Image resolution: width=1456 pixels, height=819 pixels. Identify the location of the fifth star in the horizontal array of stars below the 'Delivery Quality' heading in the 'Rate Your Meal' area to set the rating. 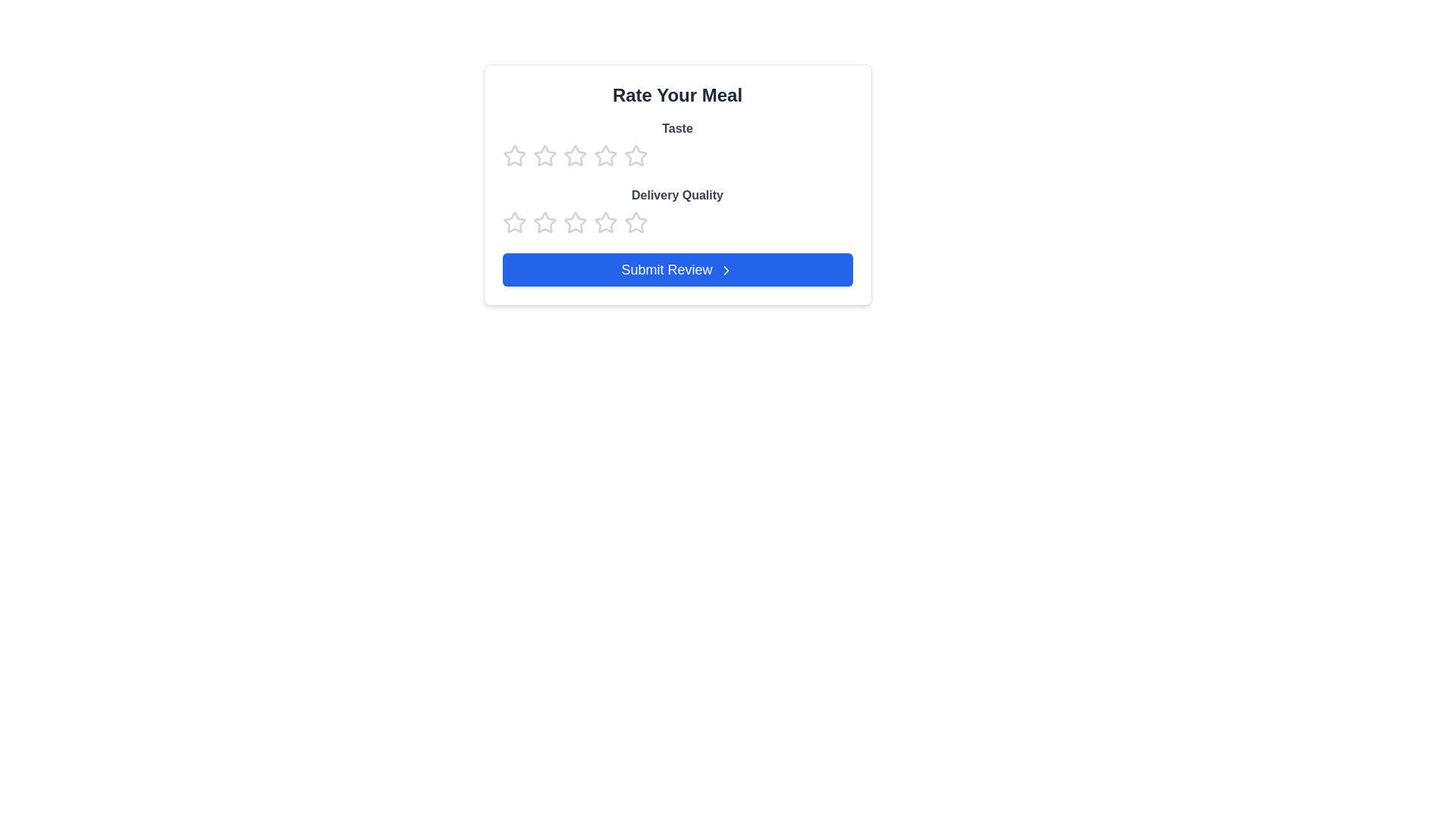
(635, 222).